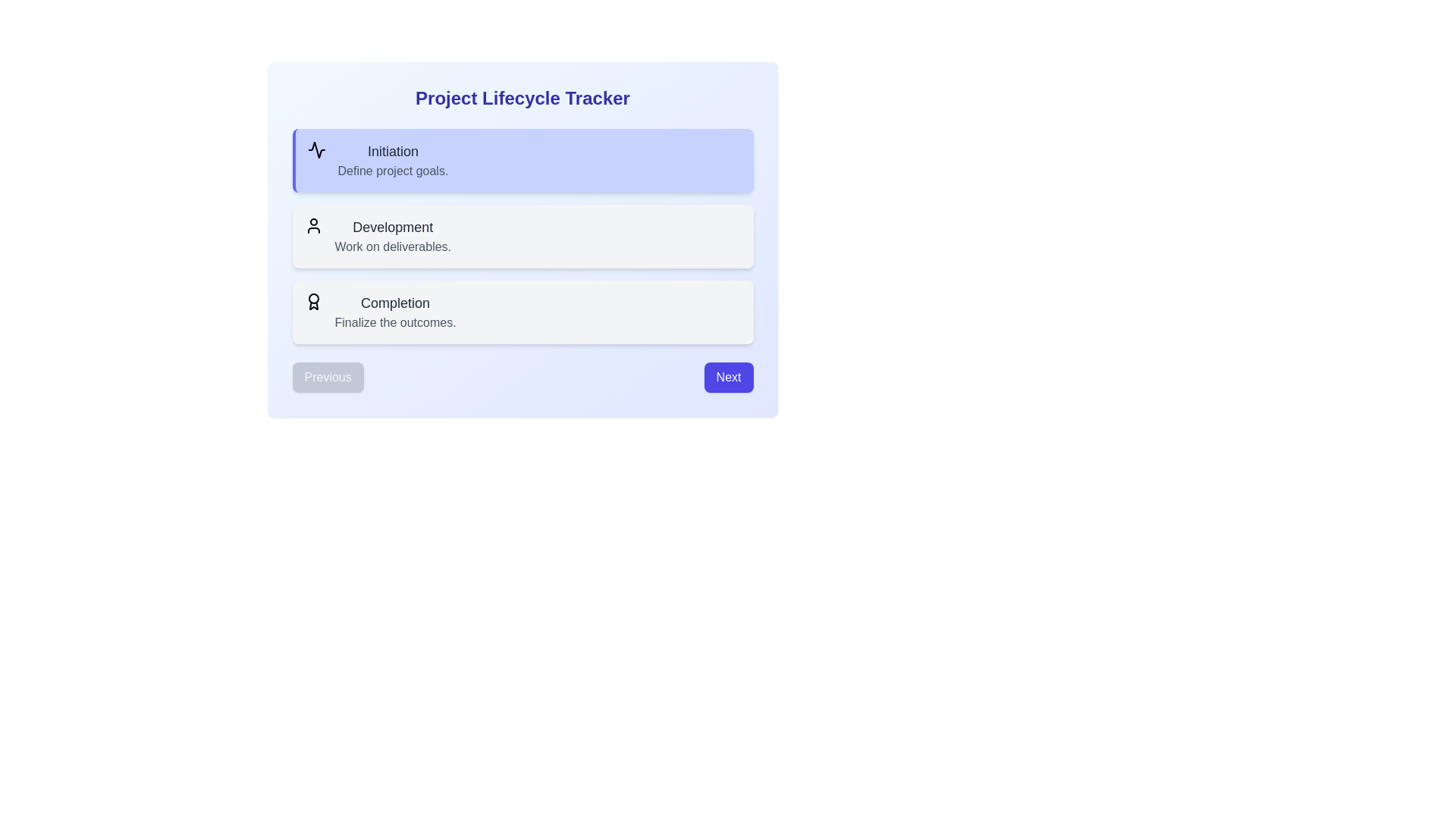 Image resolution: width=1456 pixels, height=819 pixels. I want to click on the completion icon located to the left of the text content under the 'Completion - Finalize the outcomes.' title, so click(312, 301).